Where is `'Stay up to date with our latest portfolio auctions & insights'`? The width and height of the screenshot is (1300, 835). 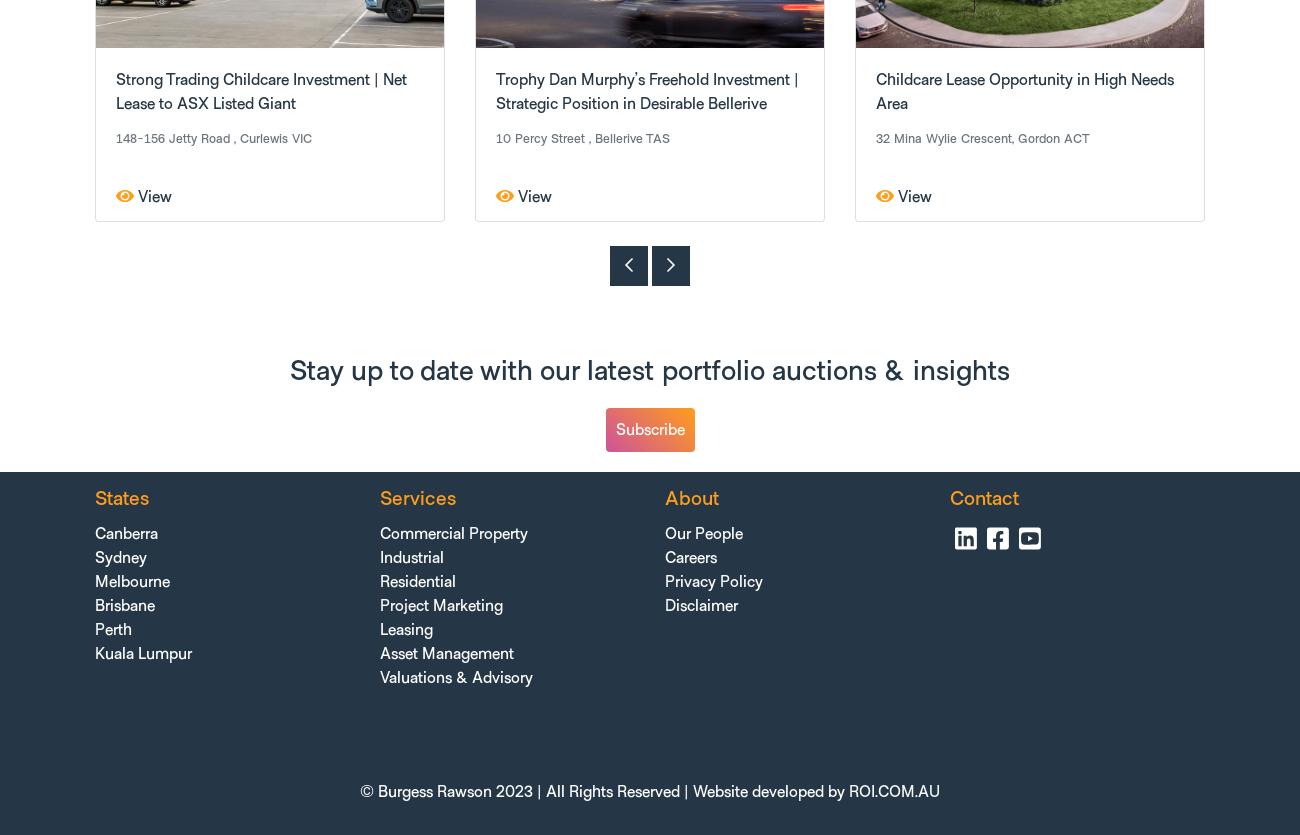
'Stay up to date with our latest portfolio auctions & insights' is located at coordinates (650, 371).